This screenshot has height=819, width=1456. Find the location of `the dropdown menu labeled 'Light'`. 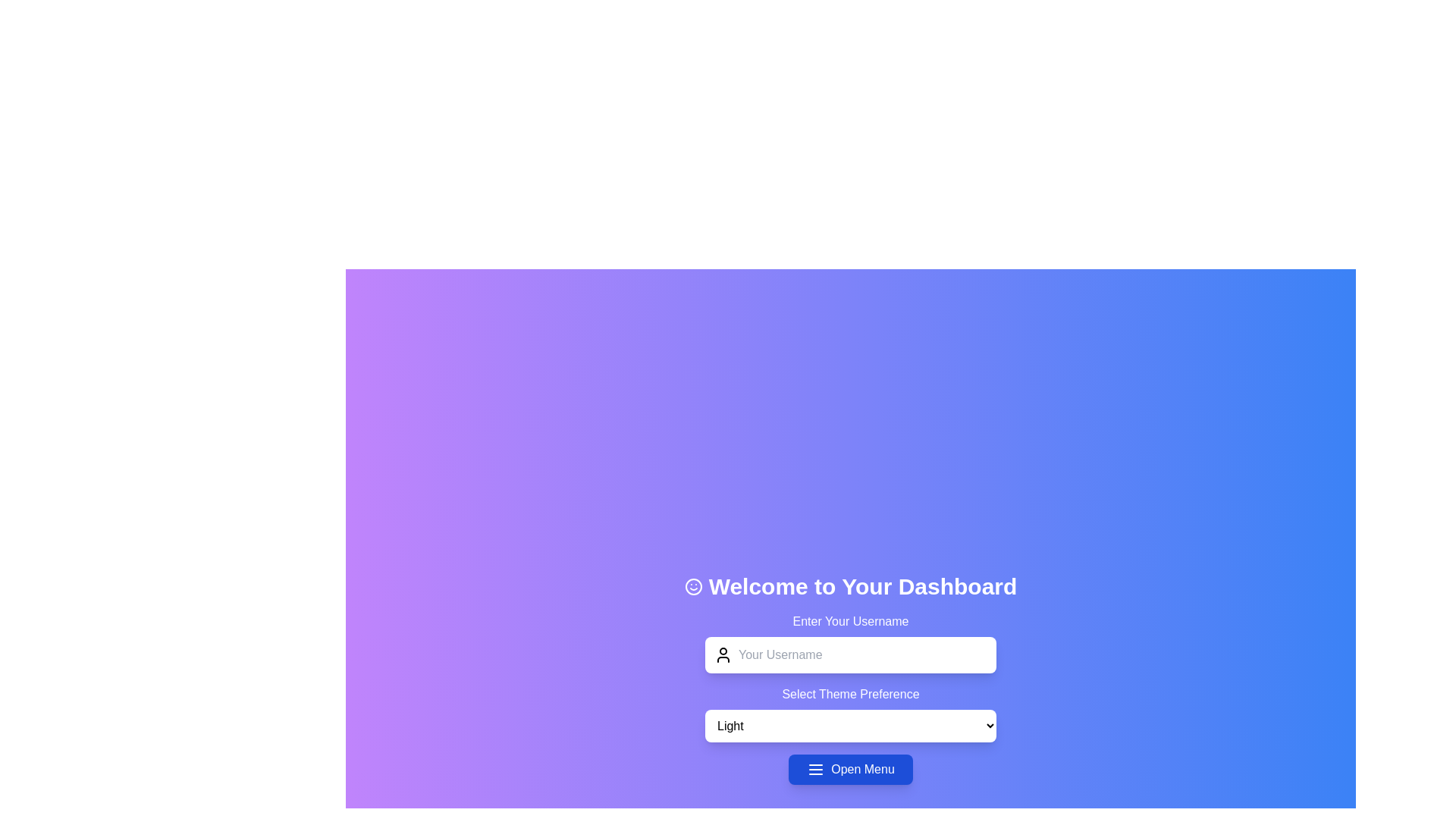

the dropdown menu labeled 'Light' is located at coordinates (851, 724).